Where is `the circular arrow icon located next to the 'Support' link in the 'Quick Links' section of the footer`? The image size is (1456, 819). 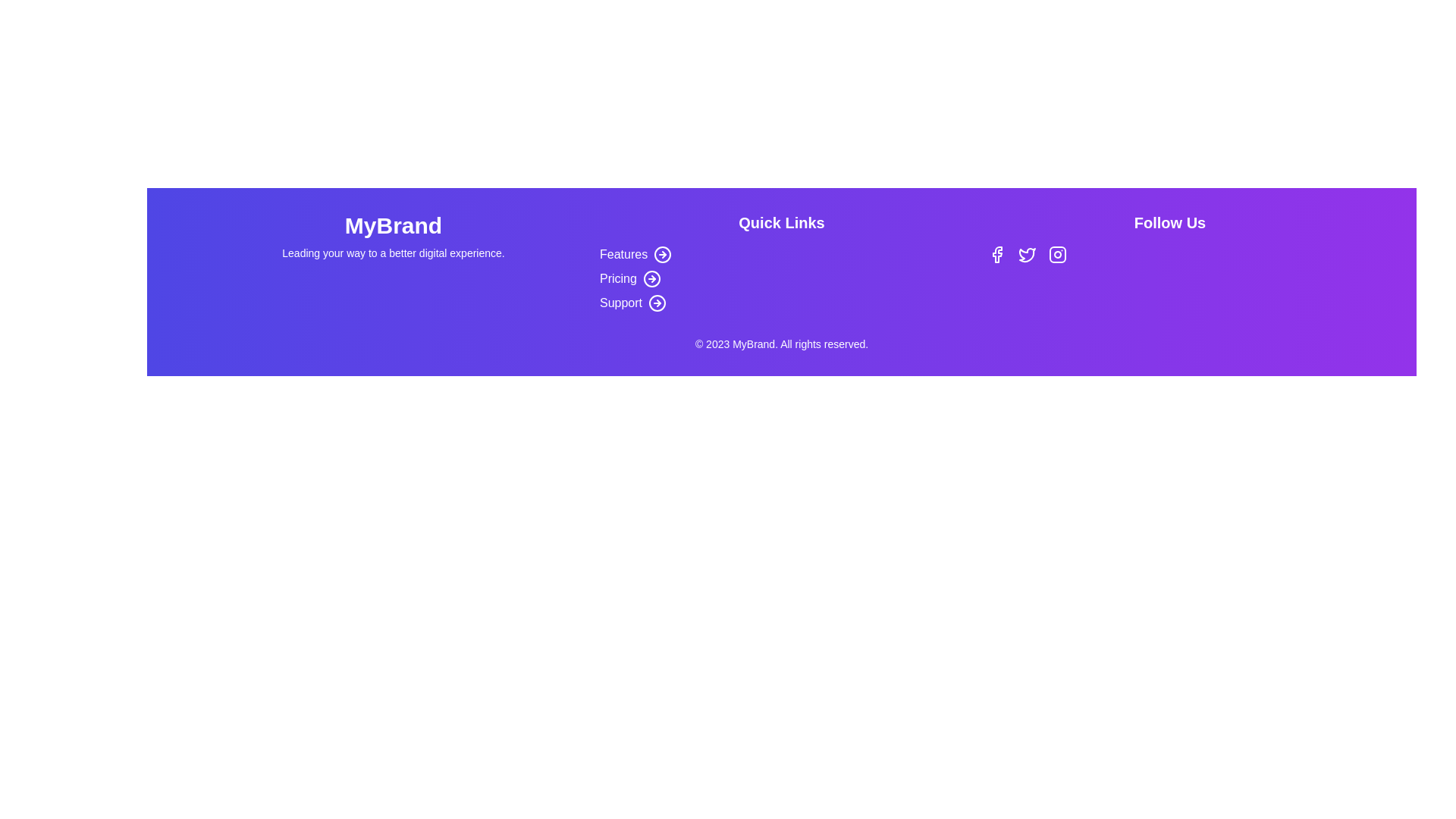 the circular arrow icon located next to the 'Support' link in the 'Quick Links' section of the footer is located at coordinates (657, 303).